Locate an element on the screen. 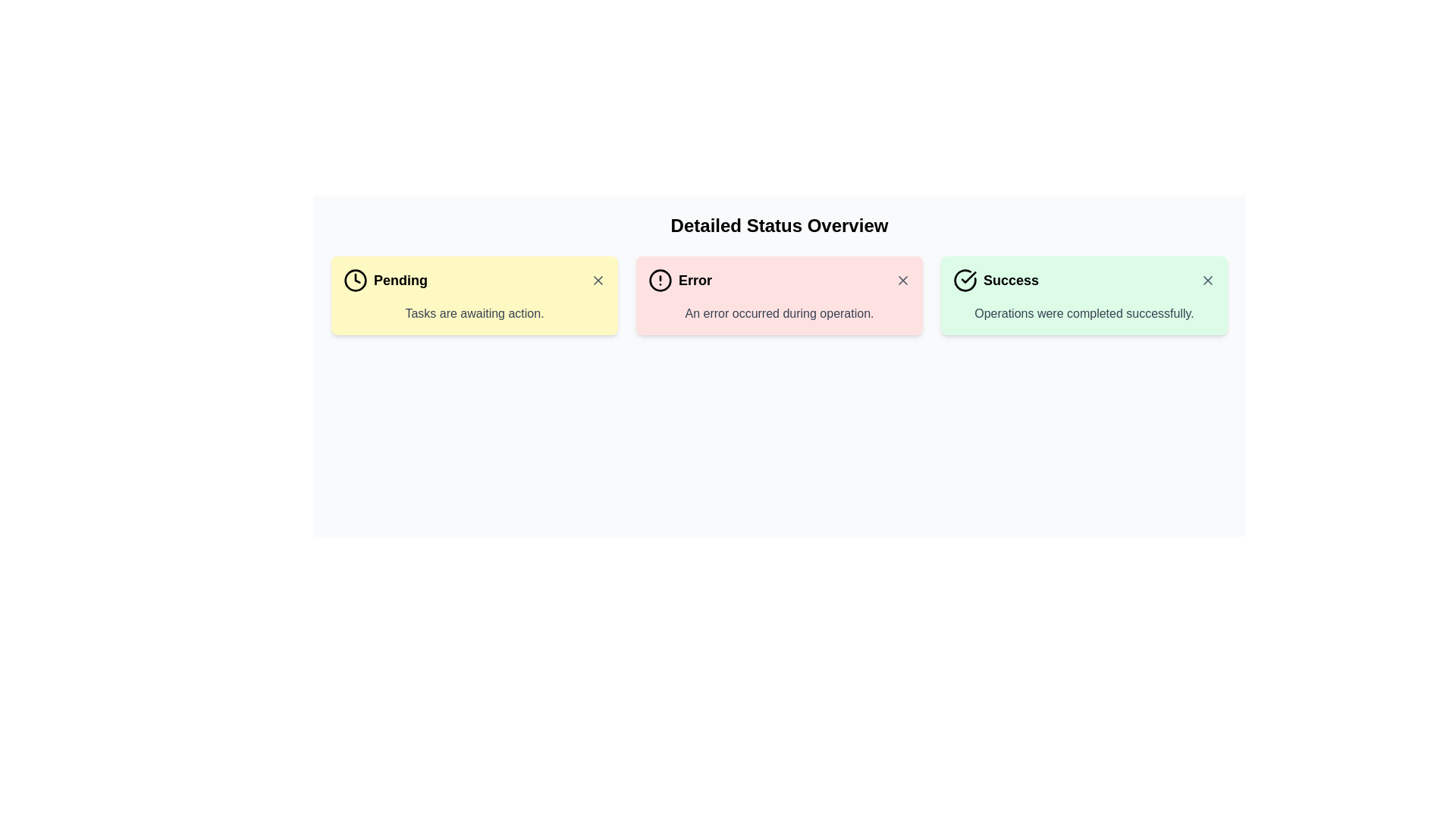  the status represented by the 'Pending' icon located in the first status card, to the left of the text 'Pending' is located at coordinates (355, 281).